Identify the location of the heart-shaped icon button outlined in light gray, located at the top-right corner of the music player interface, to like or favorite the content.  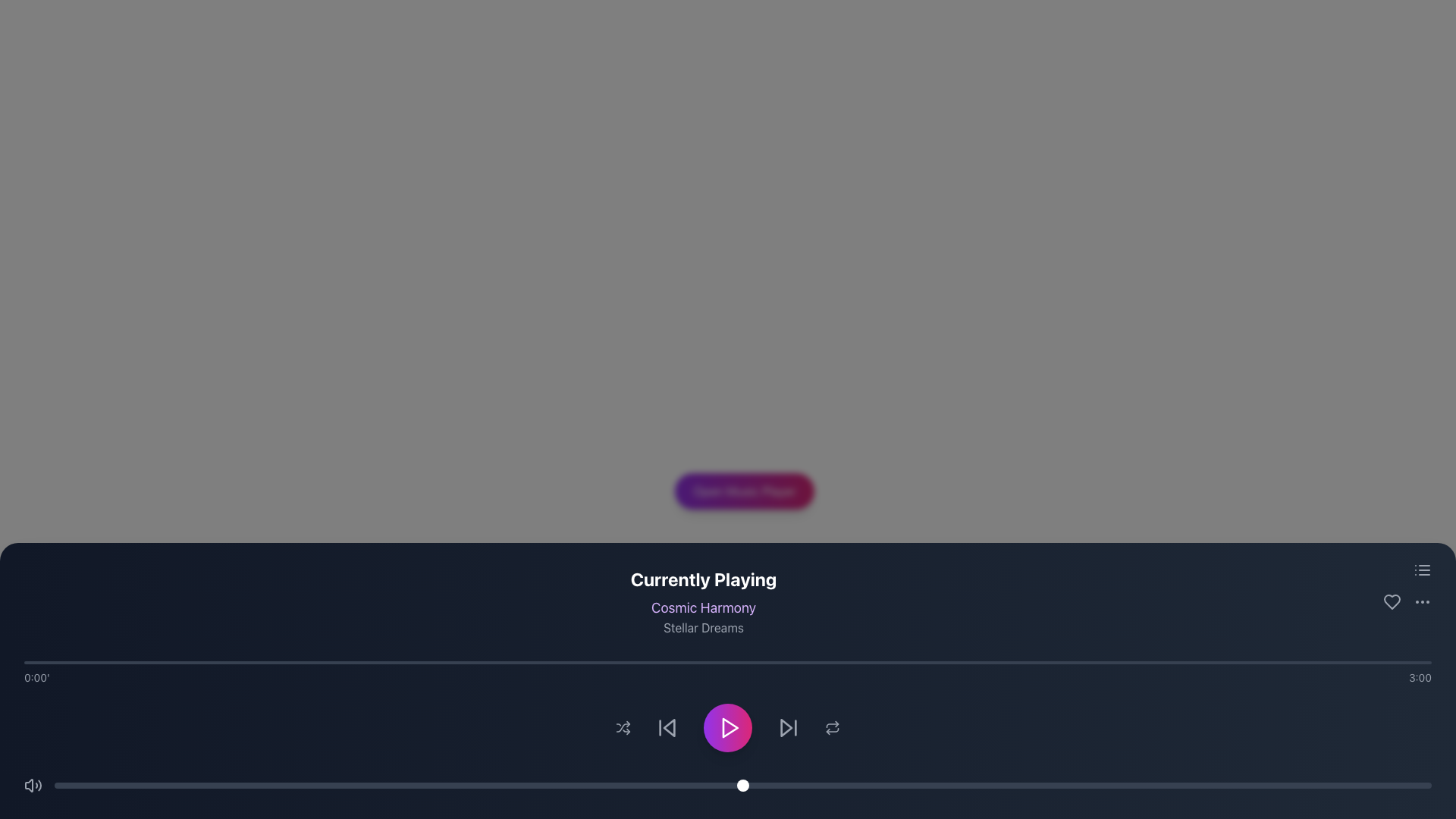
(1392, 601).